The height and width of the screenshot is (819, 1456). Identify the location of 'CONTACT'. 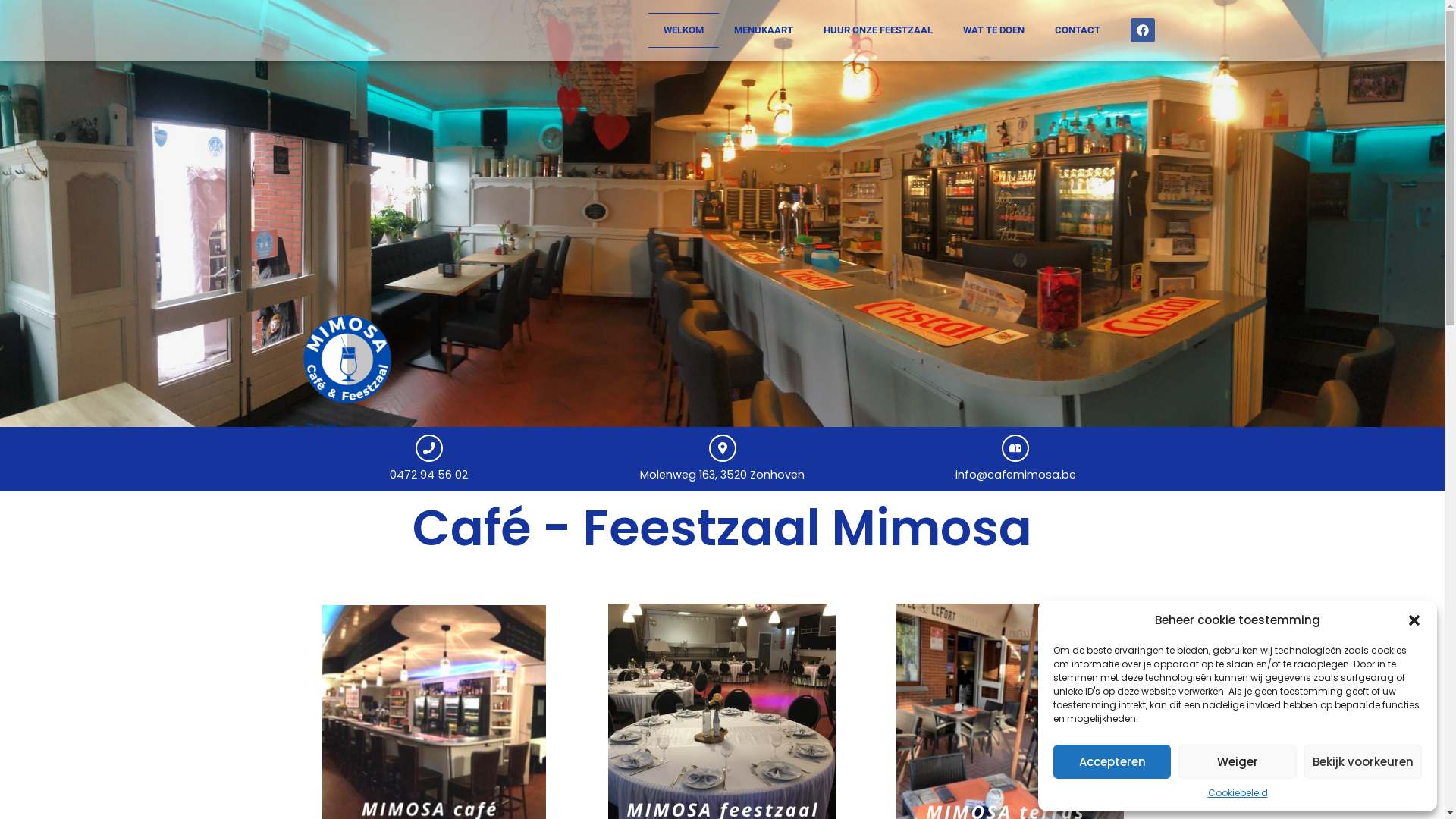
(1076, 30).